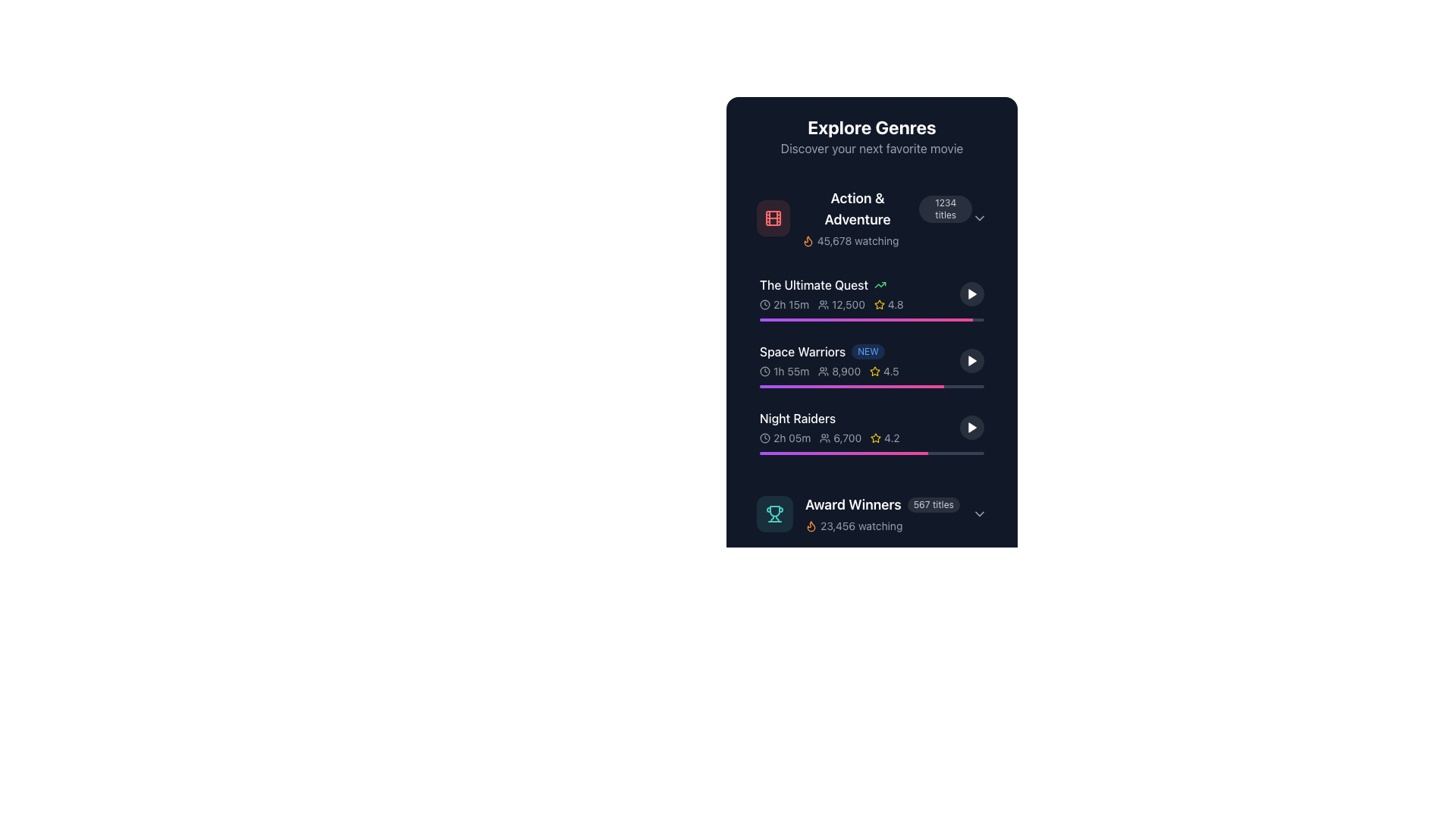 The image size is (1456, 819). Describe the element at coordinates (824, 438) in the screenshot. I see `the user icon which resembles a group of three individuals, located to the left of the numeric text '6,700' in the fourth row of the list` at that location.